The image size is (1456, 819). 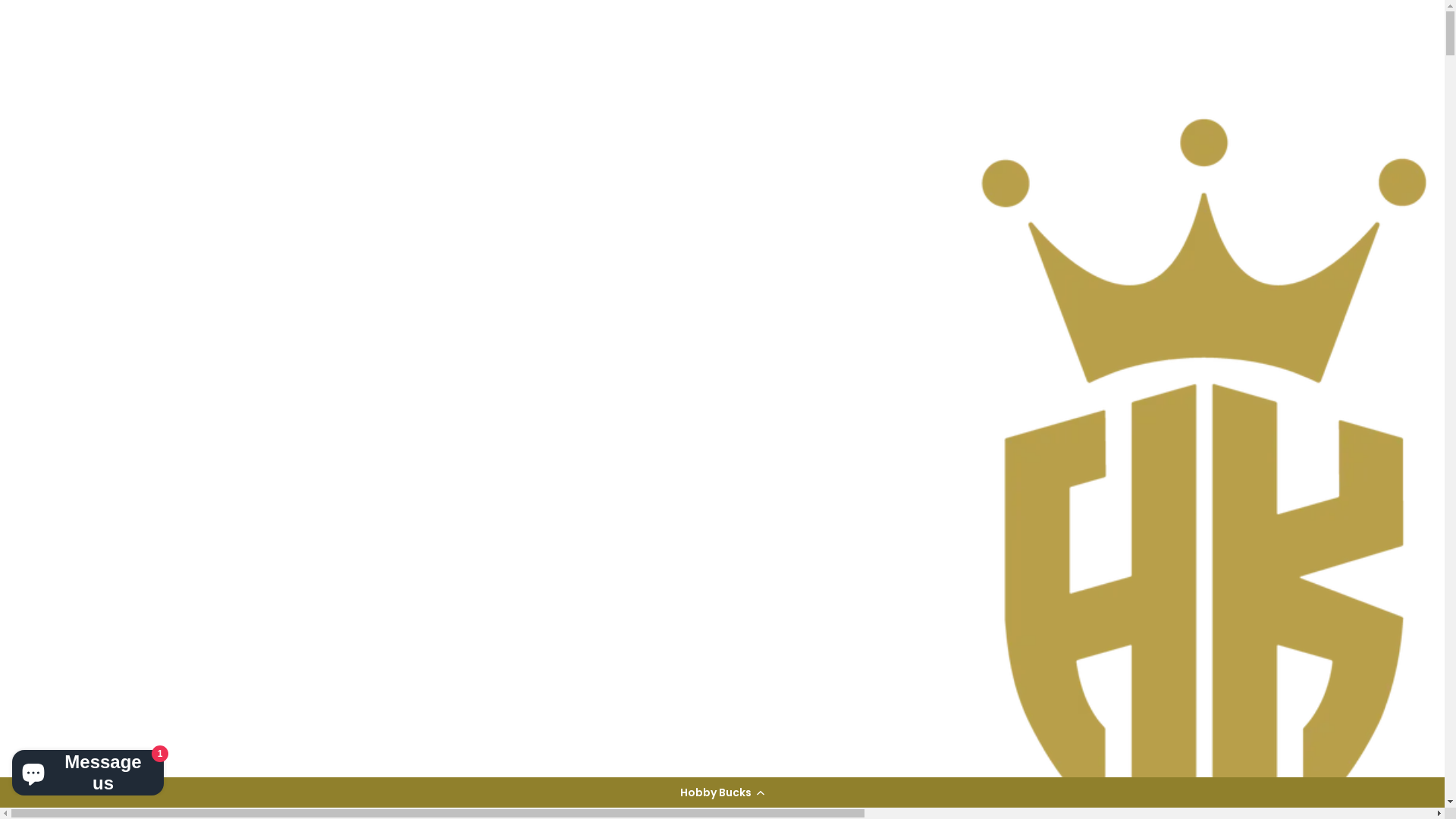 I want to click on 'Shopify online store chat', so click(x=86, y=769).